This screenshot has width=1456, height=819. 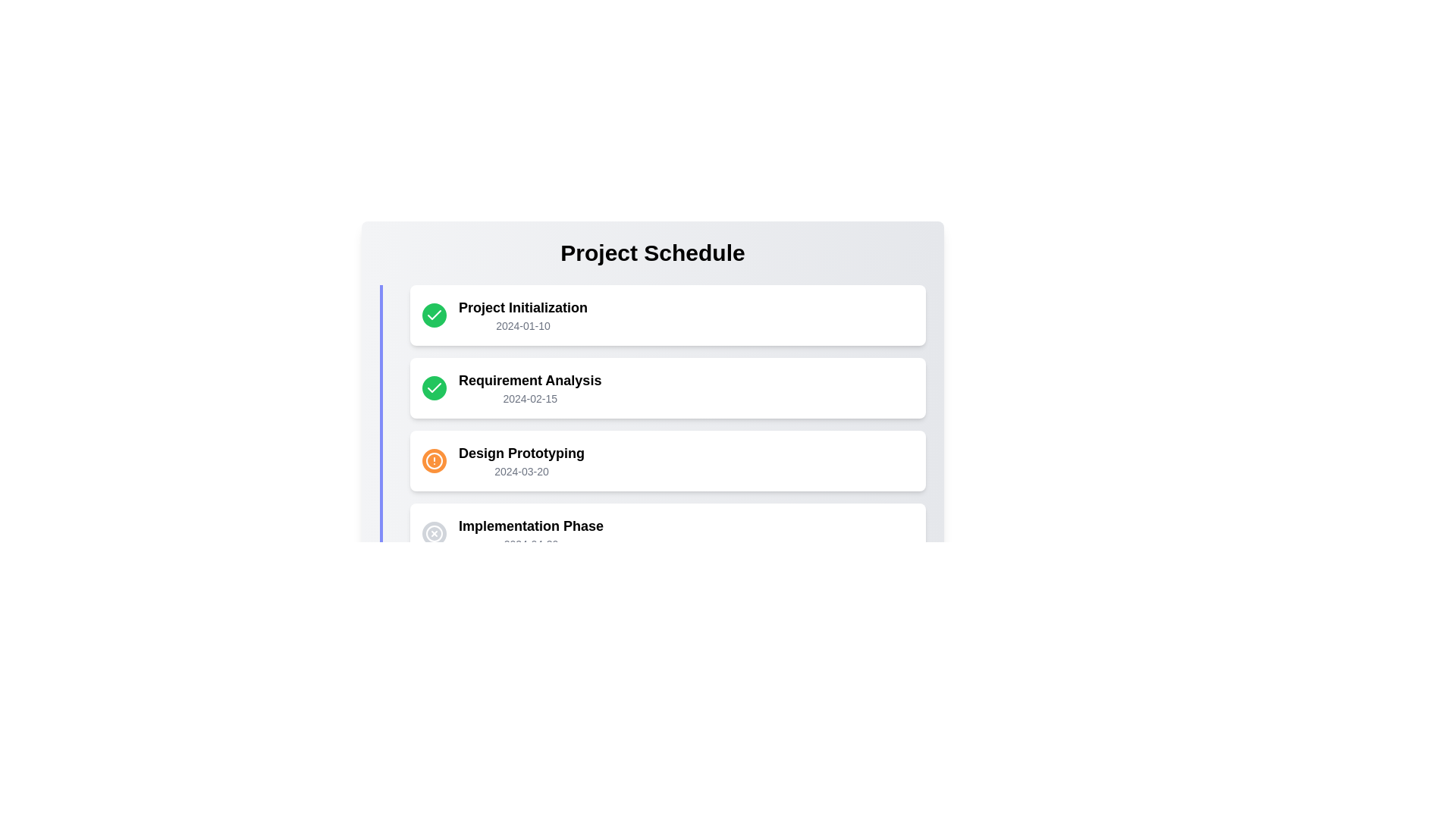 What do you see at coordinates (433, 533) in the screenshot?
I see `the status icon indicating an error or issue in the fourth entry of the 'Implementation Phase' list item` at bounding box center [433, 533].